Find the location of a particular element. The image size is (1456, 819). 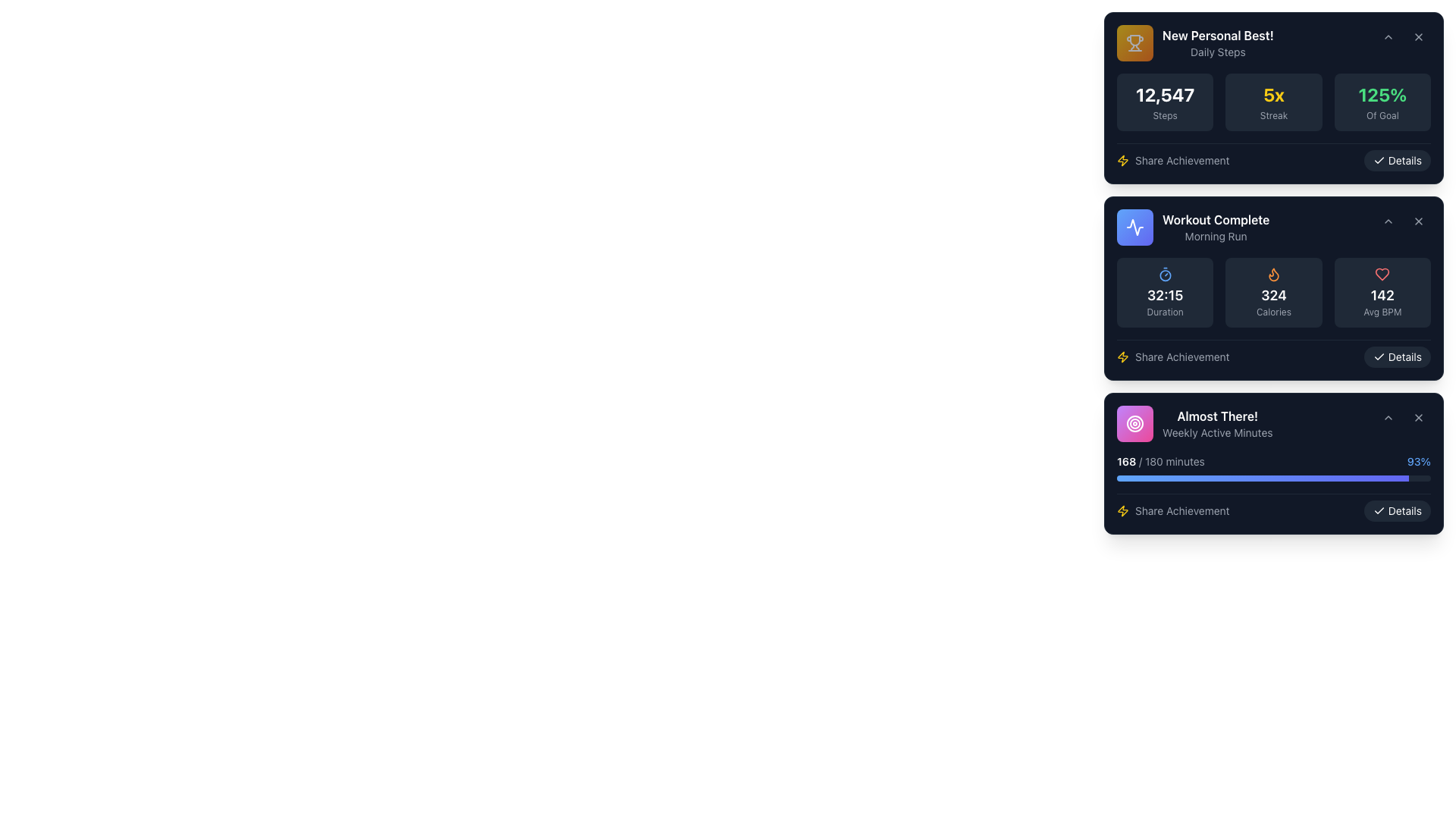

the label that indicates the average beats per minute '142' within the 'Workout Complete - Morning Run' card is located at coordinates (1382, 312).